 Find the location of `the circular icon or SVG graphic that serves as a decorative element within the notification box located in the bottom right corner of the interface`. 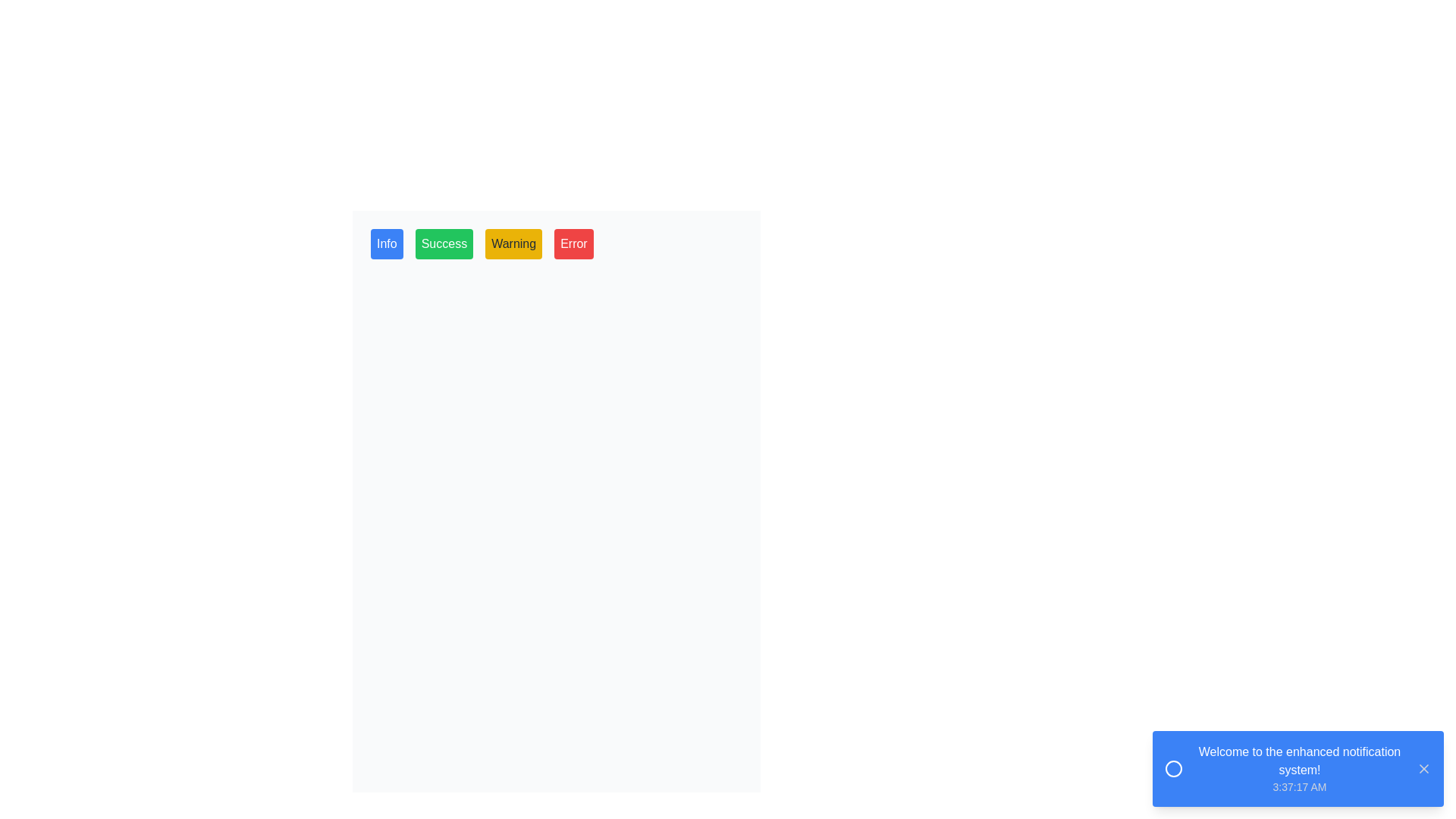

the circular icon or SVG graphic that serves as a decorative element within the notification box located in the bottom right corner of the interface is located at coordinates (1173, 769).